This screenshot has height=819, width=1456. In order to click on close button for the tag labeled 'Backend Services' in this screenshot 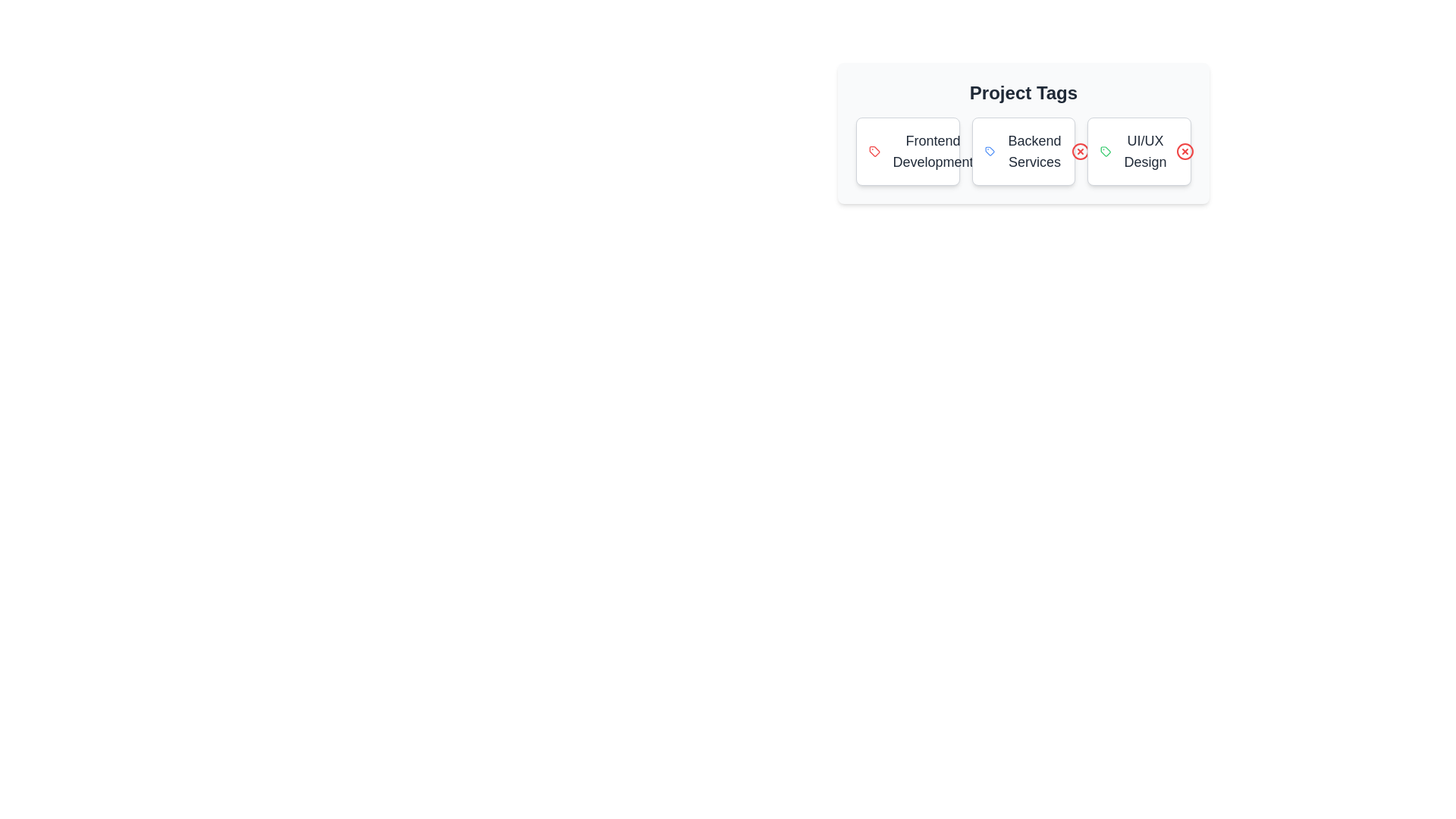, I will do `click(1079, 152)`.